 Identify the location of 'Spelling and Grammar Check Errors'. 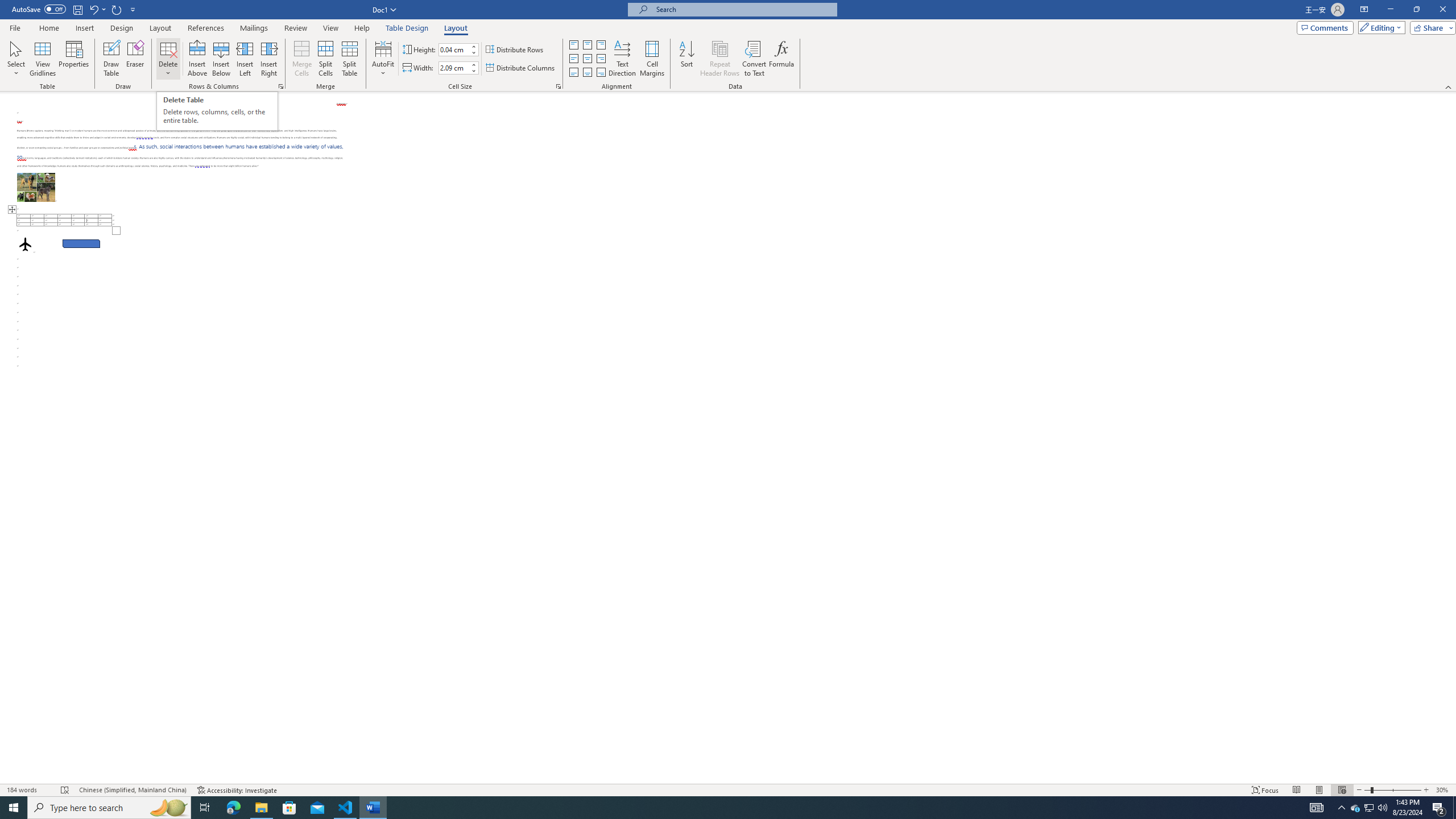
(65, 790).